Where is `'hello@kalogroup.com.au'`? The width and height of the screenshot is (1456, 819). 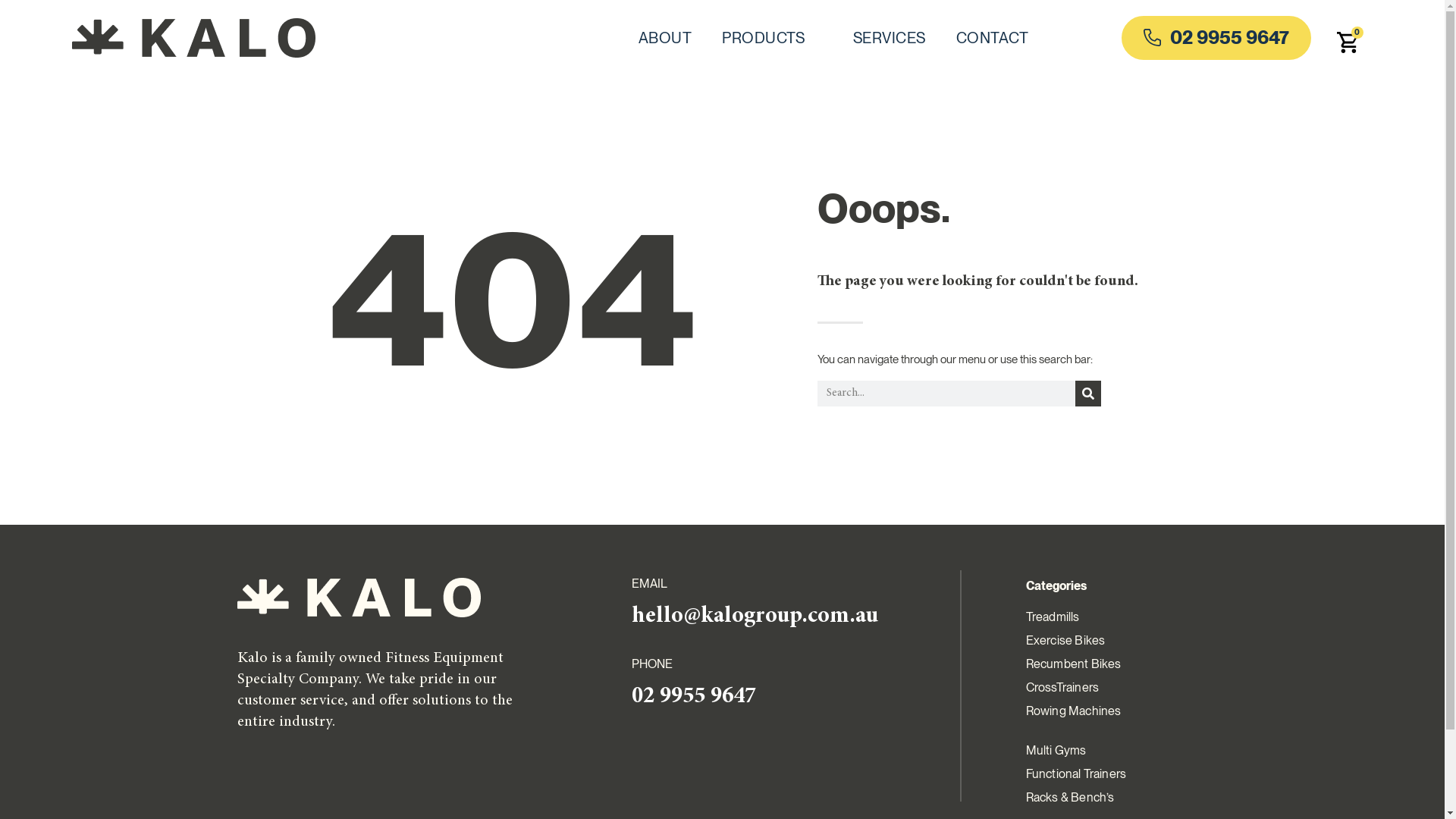 'hello@kalogroup.com.au' is located at coordinates (754, 617).